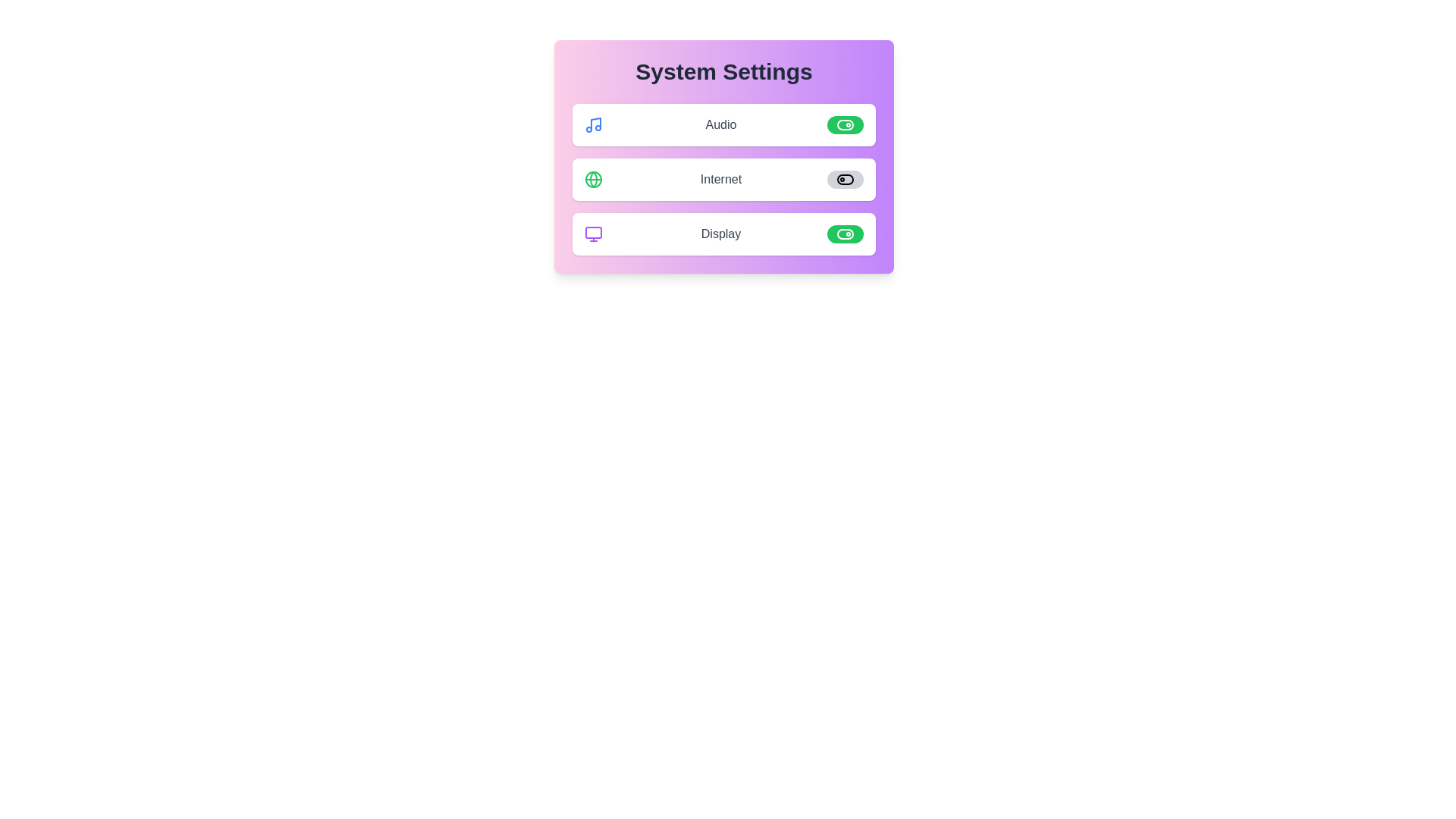  Describe the element at coordinates (592, 178) in the screenshot. I see `the Internet icon located on the left side of the 'Internet' label in the System Settings interface` at that location.